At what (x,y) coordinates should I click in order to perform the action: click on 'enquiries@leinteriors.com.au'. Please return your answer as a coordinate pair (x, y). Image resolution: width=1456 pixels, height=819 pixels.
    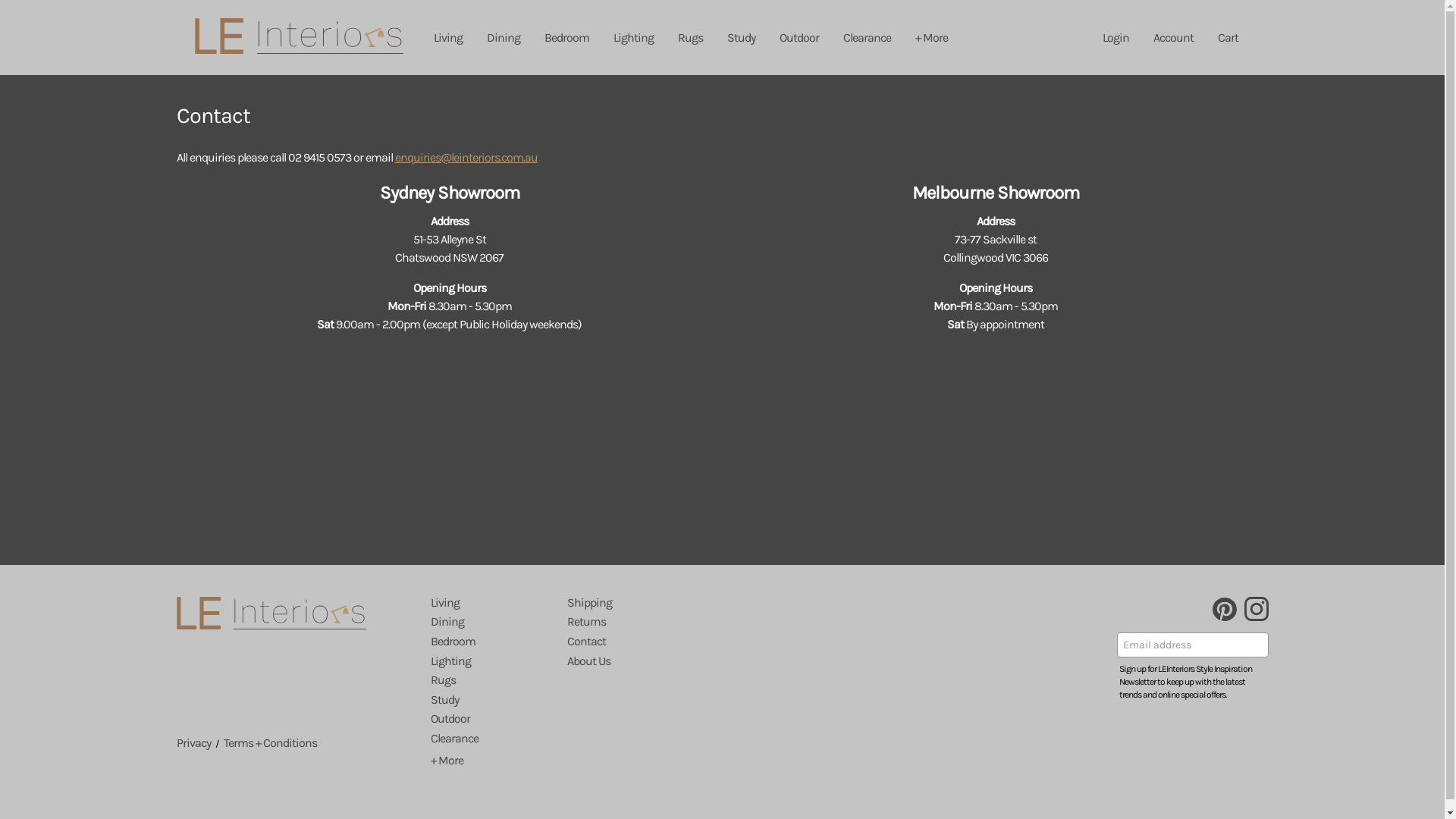
    Looking at the image, I should click on (465, 157).